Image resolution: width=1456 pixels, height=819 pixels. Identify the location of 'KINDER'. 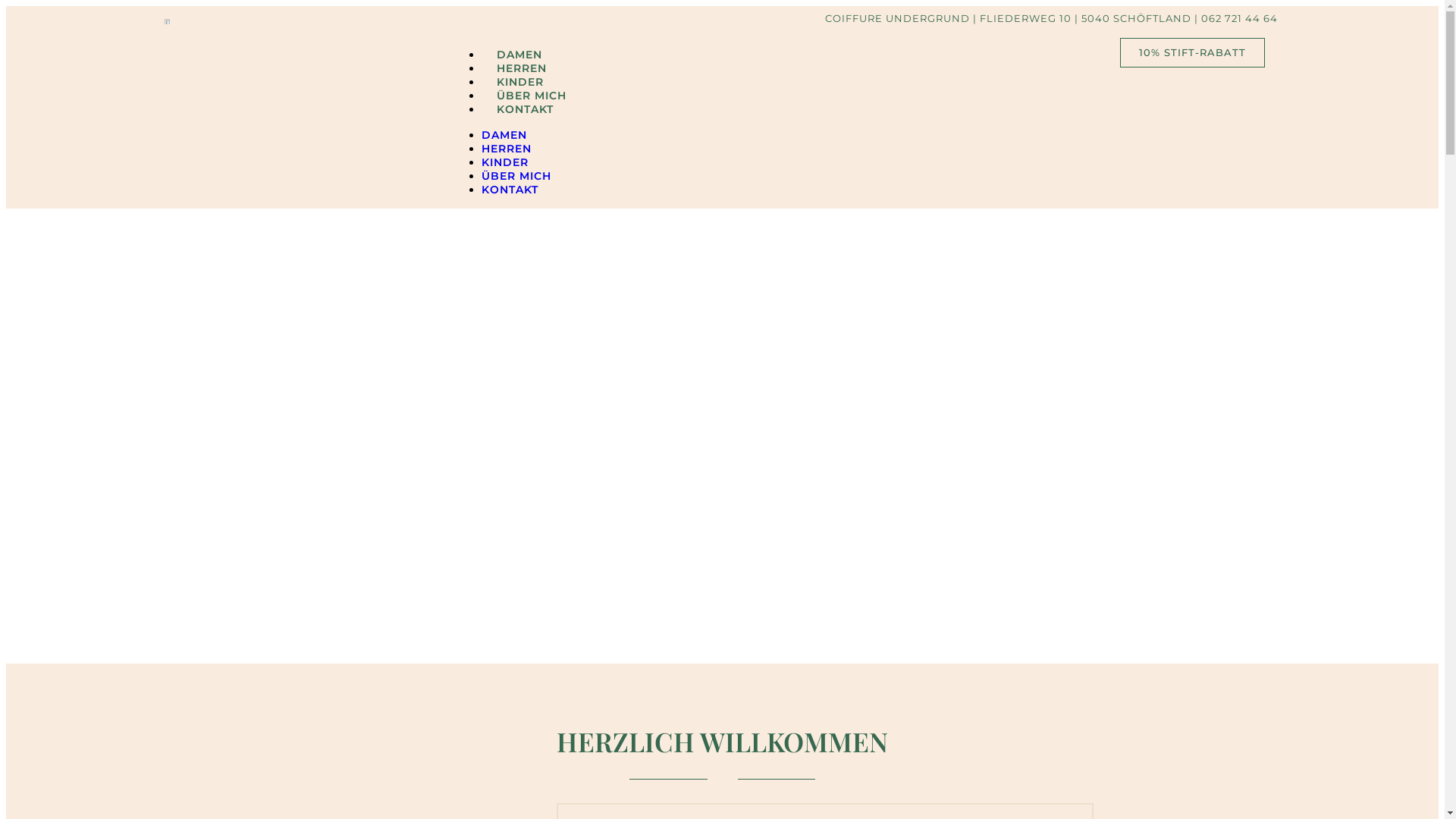
(505, 162).